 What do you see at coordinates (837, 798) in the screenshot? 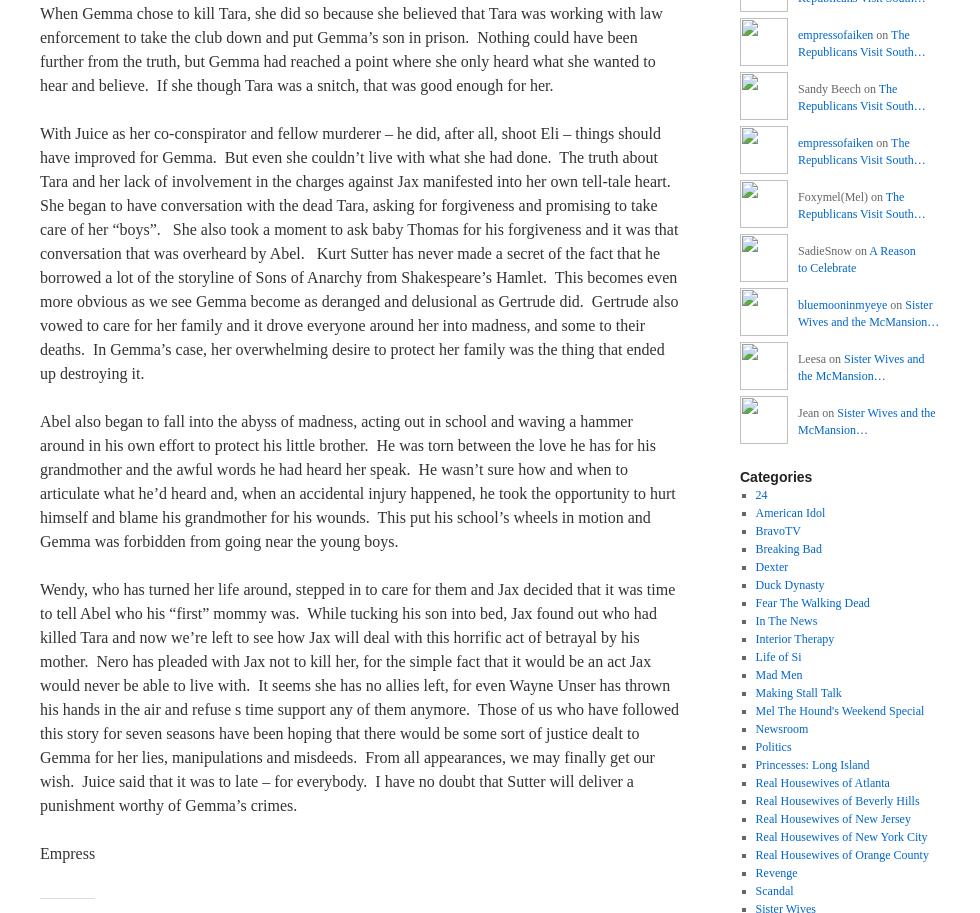
I see `'Real Housewives of Beverly Hills'` at bounding box center [837, 798].